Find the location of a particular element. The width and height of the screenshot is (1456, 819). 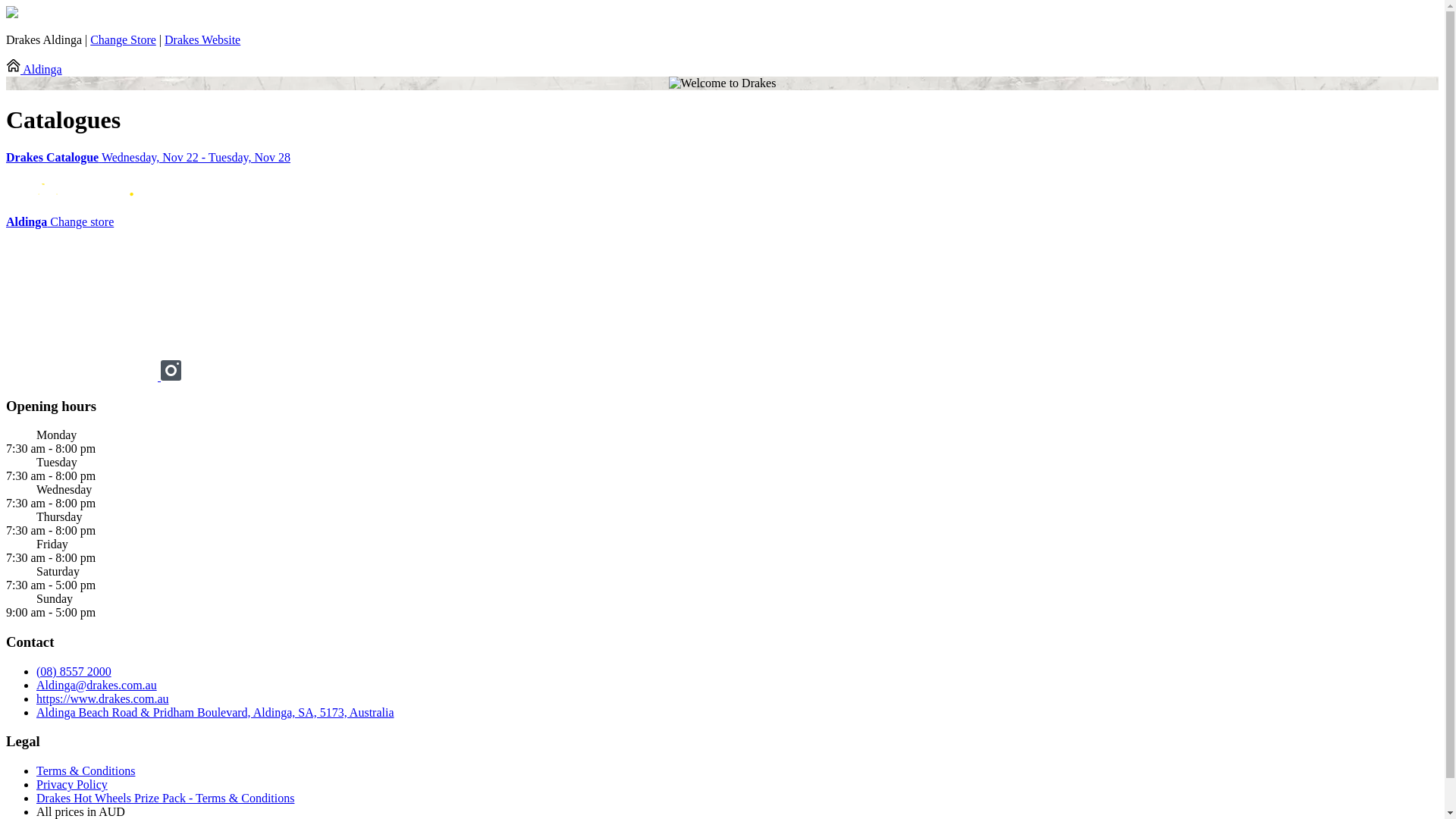

'Drakes Hot Wheels Prize Pack - Terms & Conditions' is located at coordinates (165, 797).